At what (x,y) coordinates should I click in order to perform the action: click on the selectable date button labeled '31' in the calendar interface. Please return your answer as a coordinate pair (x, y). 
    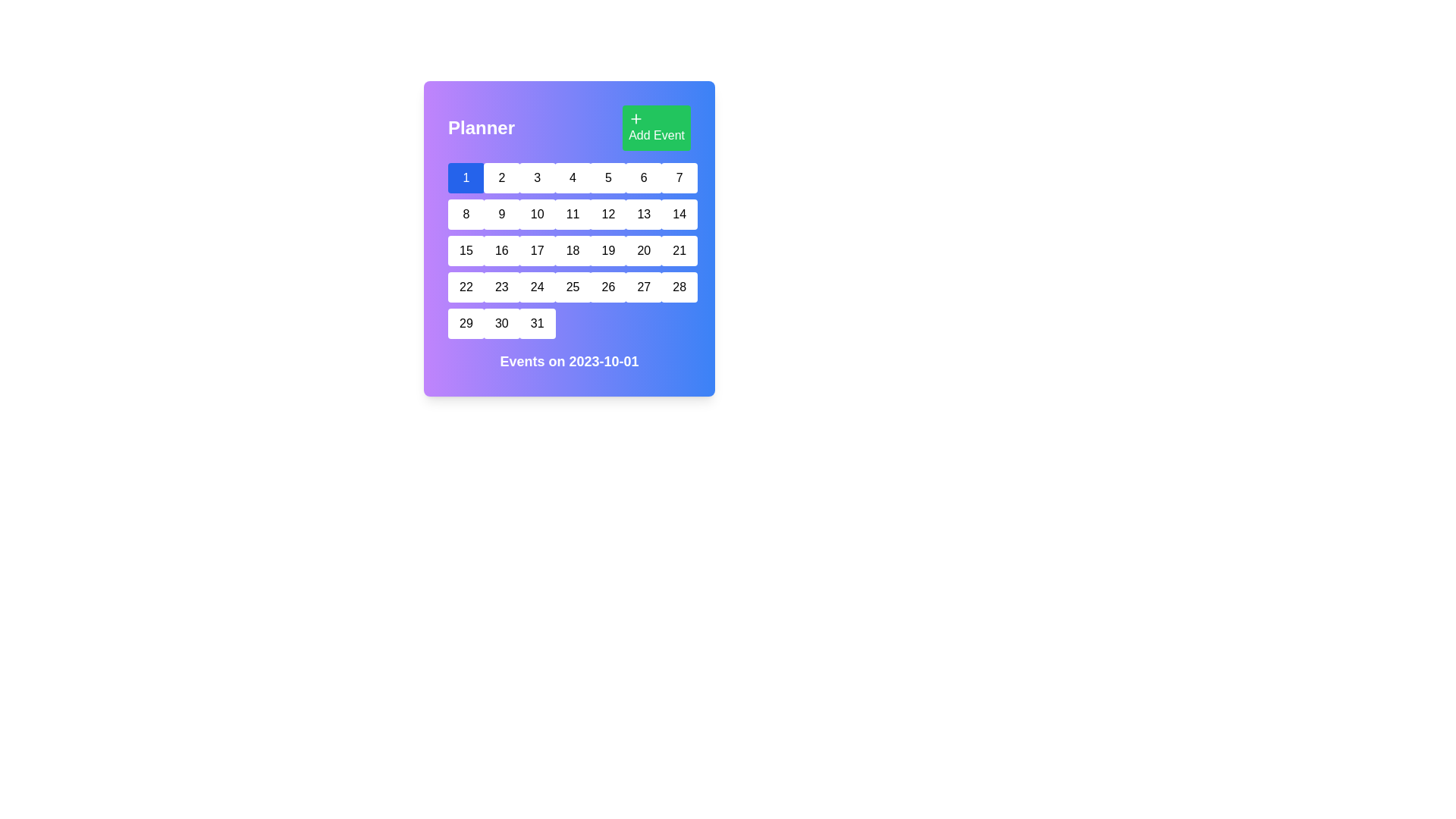
    Looking at the image, I should click on (537, 323).